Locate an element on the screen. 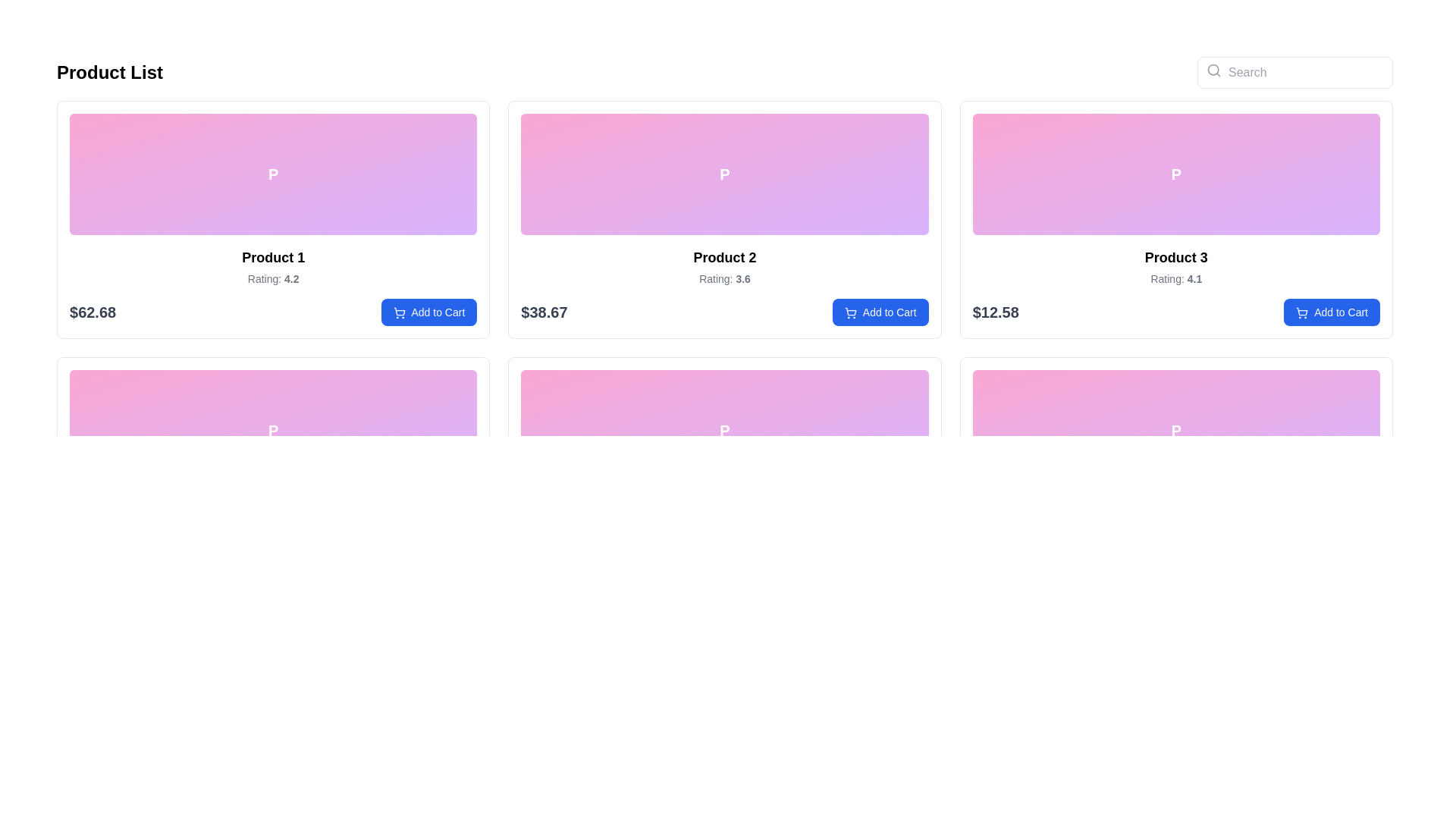 Image resolution: width=1456 pixels, height=819 pixels. the 'Add to Cart' button, which is visually enhanced by the SVG graphic icon located to the left of the button text is located at coordinates (399, 312).